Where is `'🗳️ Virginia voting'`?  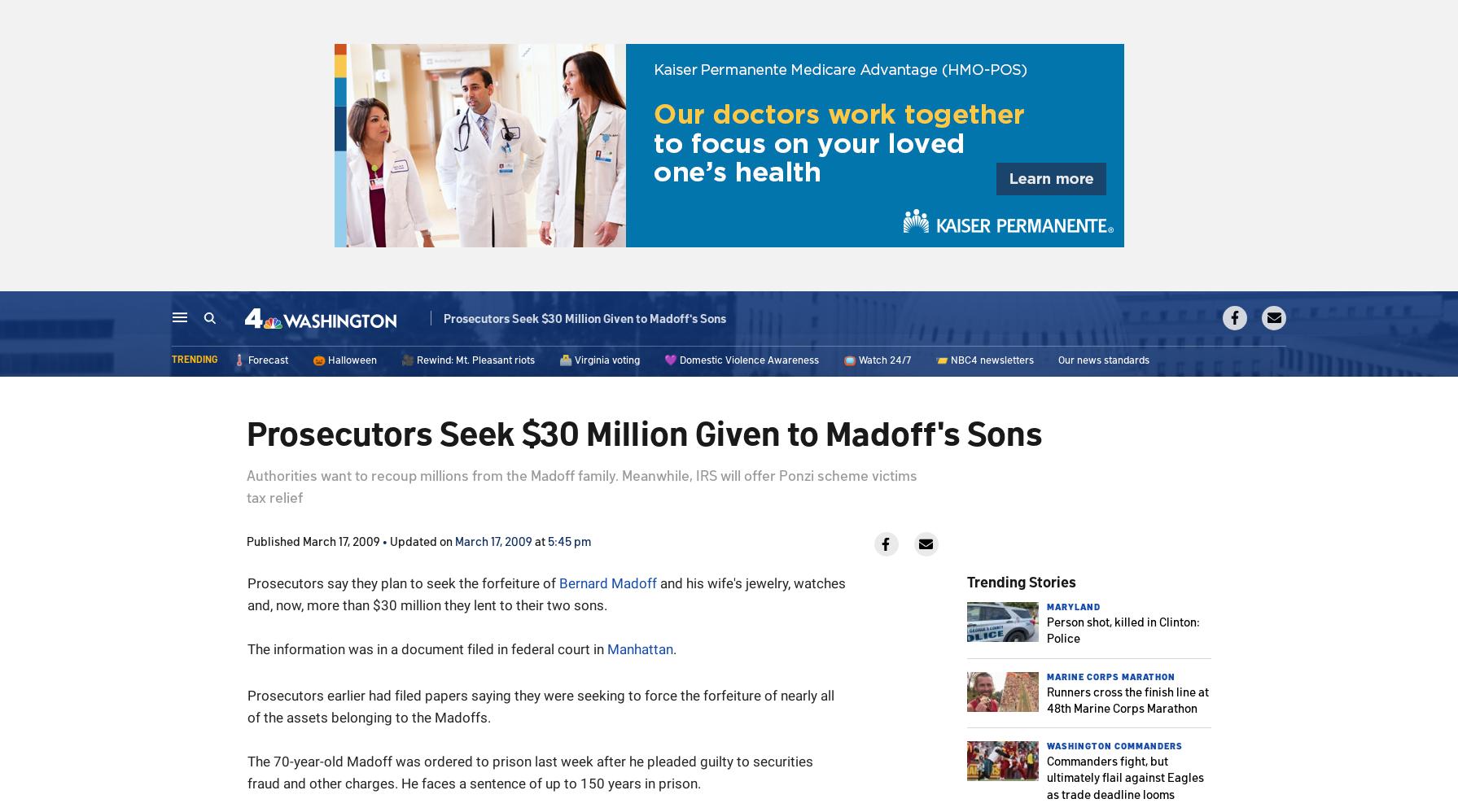 '🗳️ Virginia voting' is located at coordinates (559, 360).